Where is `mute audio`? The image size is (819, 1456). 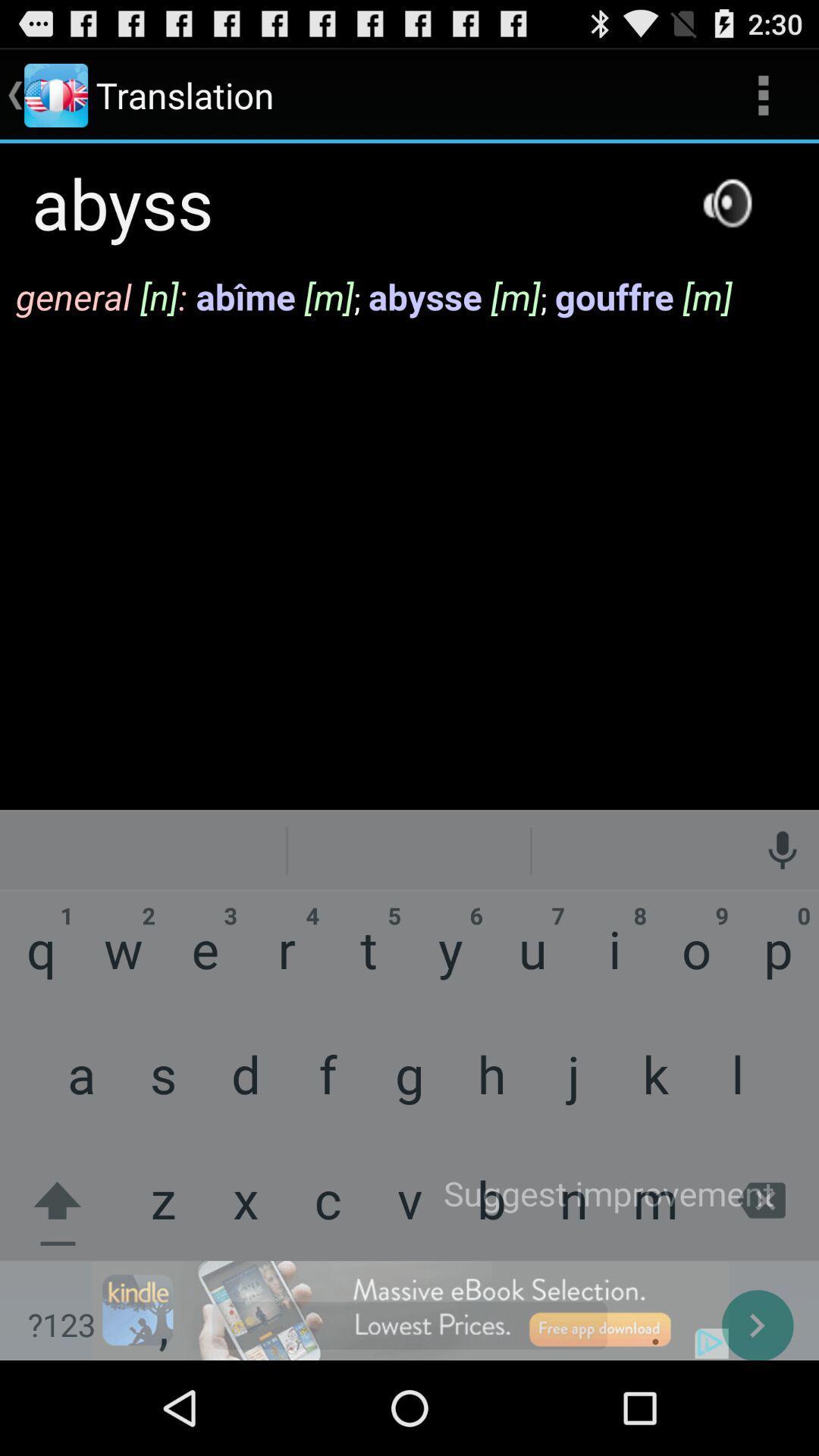
mute audio is located at coordinates (726, 202).